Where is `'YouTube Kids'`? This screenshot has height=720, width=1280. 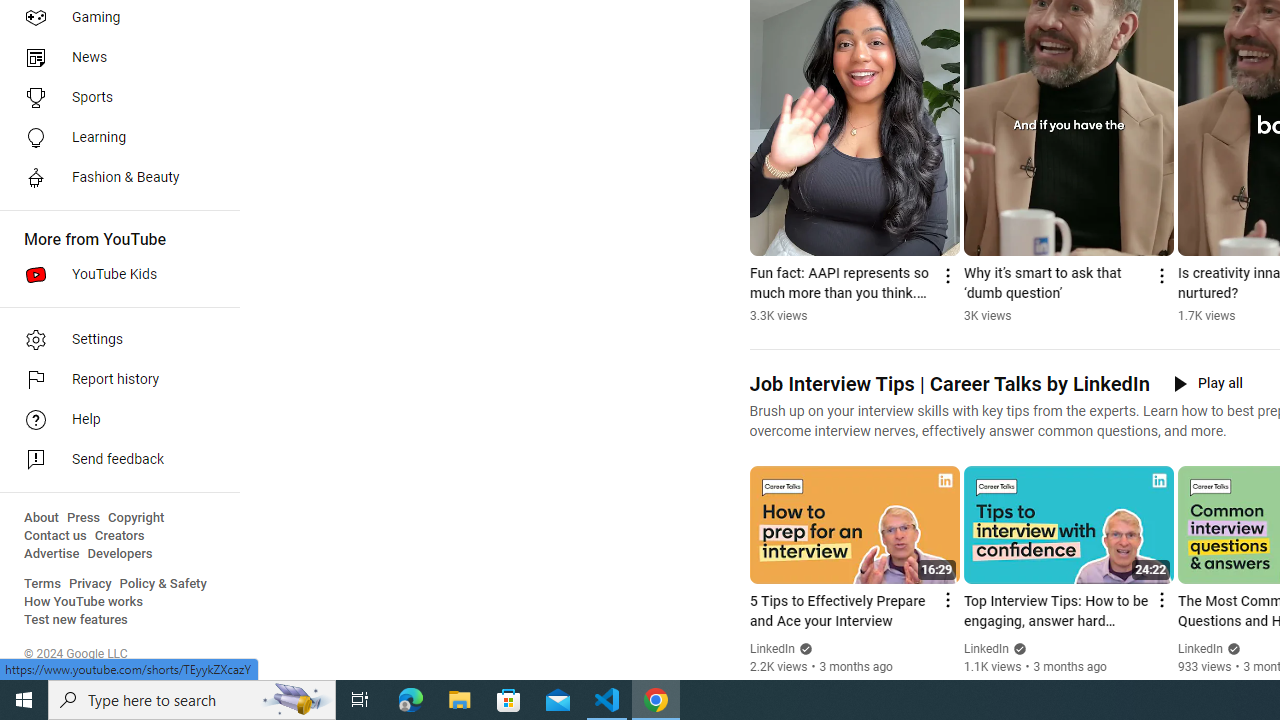 'YouTube Kids' is located at coordinates (112, 275).